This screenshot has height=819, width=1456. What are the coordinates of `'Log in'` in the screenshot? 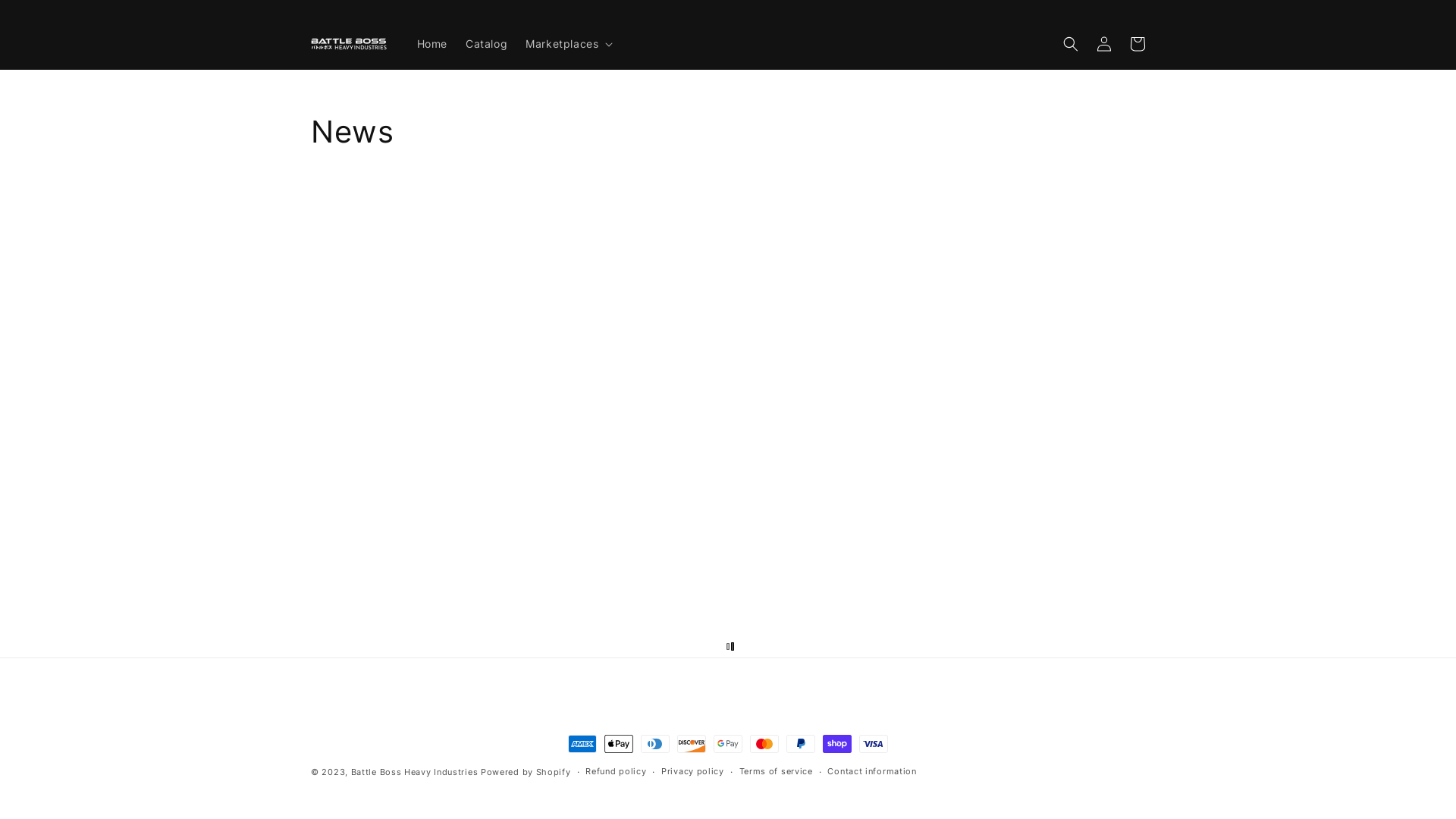 It's located at (1087, 42).